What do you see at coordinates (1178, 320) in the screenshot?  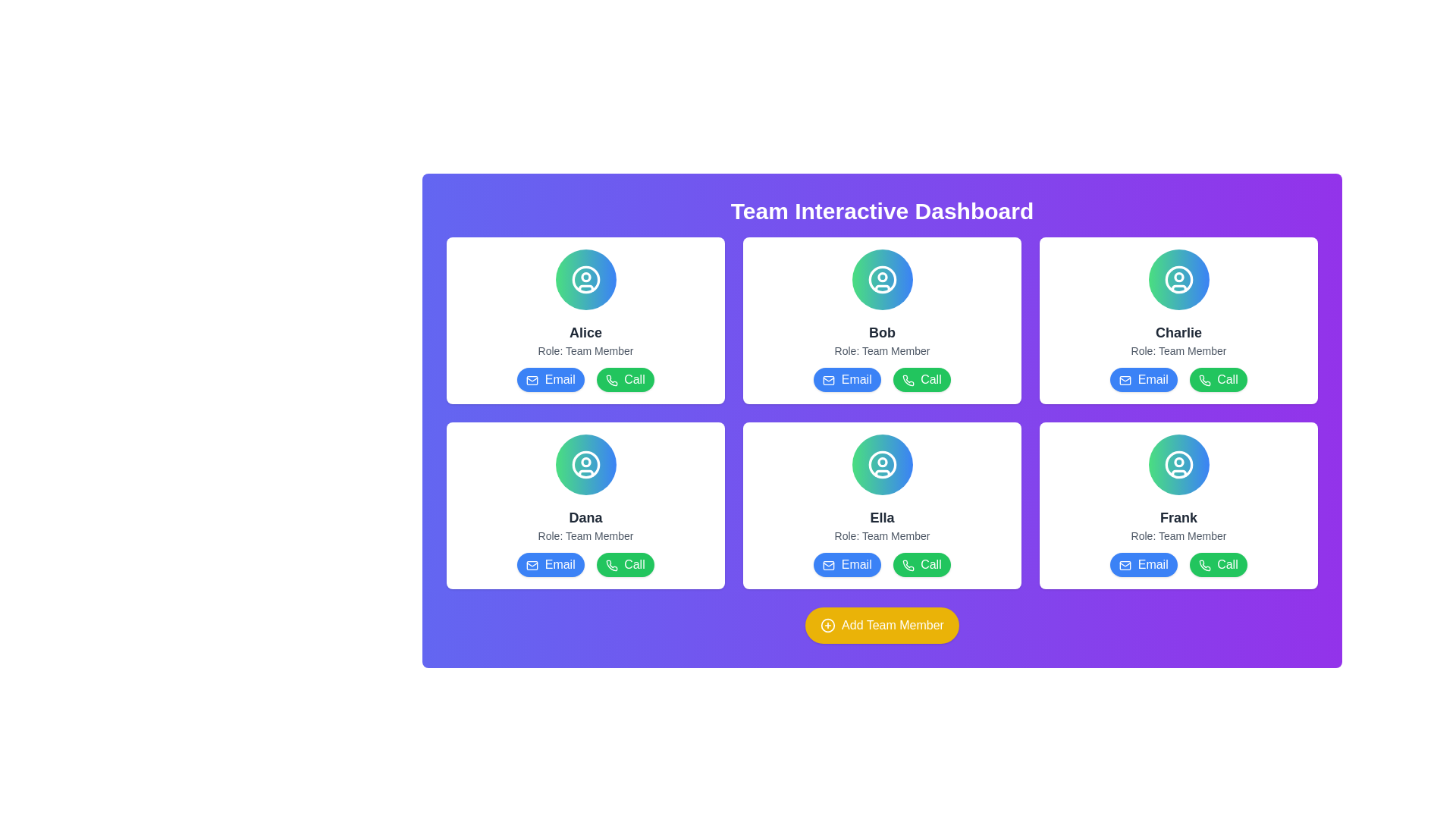 I see `the team member card displaying information about Charlie, which is the third card in the first row of a grid layout` at bounding box center [1178, 320].